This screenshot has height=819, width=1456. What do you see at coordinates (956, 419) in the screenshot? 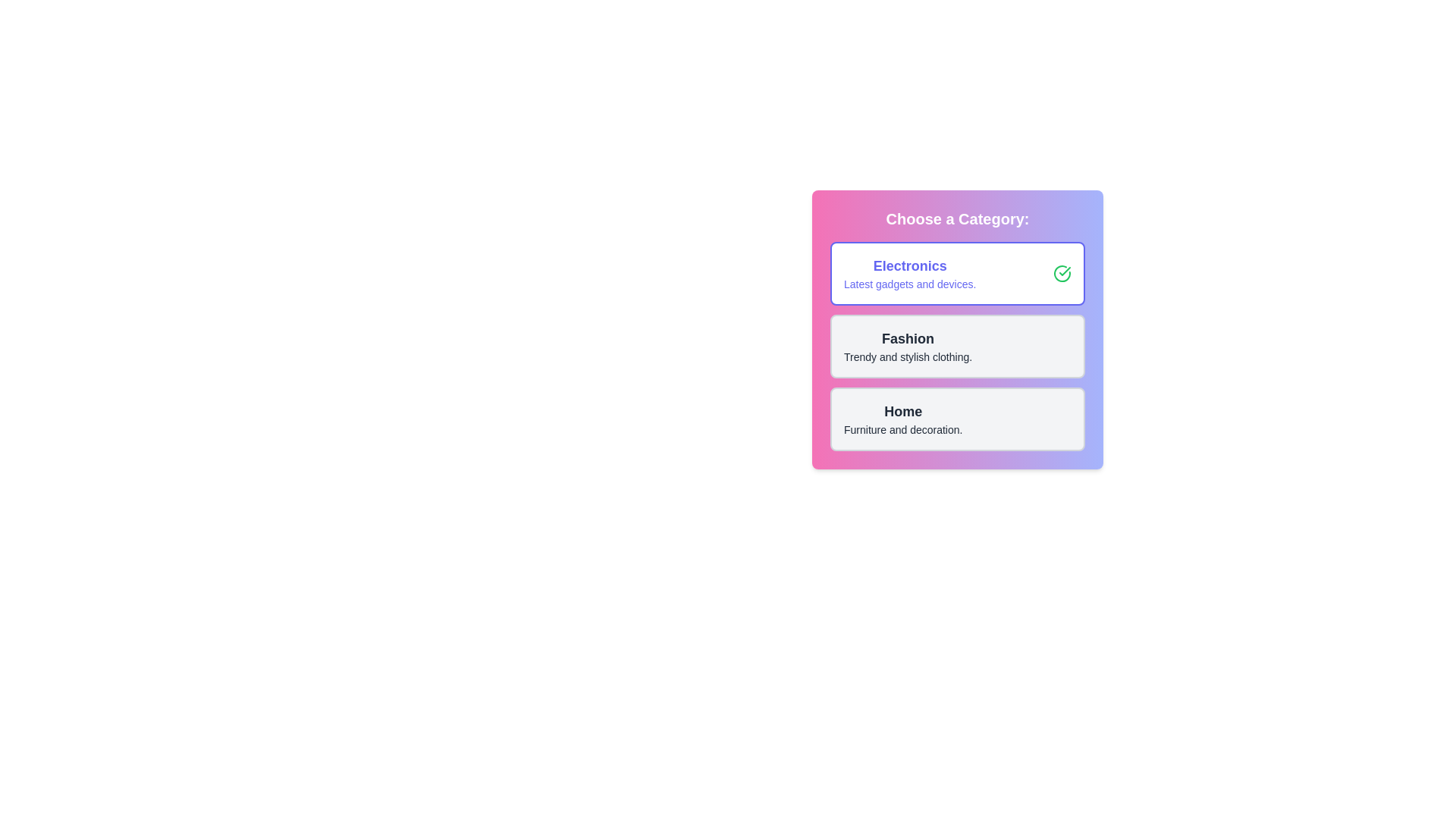
I see `the 'Home' category content box, which is the third item in a vertically stacked list of content boxes` at bounding box center [956, 419].